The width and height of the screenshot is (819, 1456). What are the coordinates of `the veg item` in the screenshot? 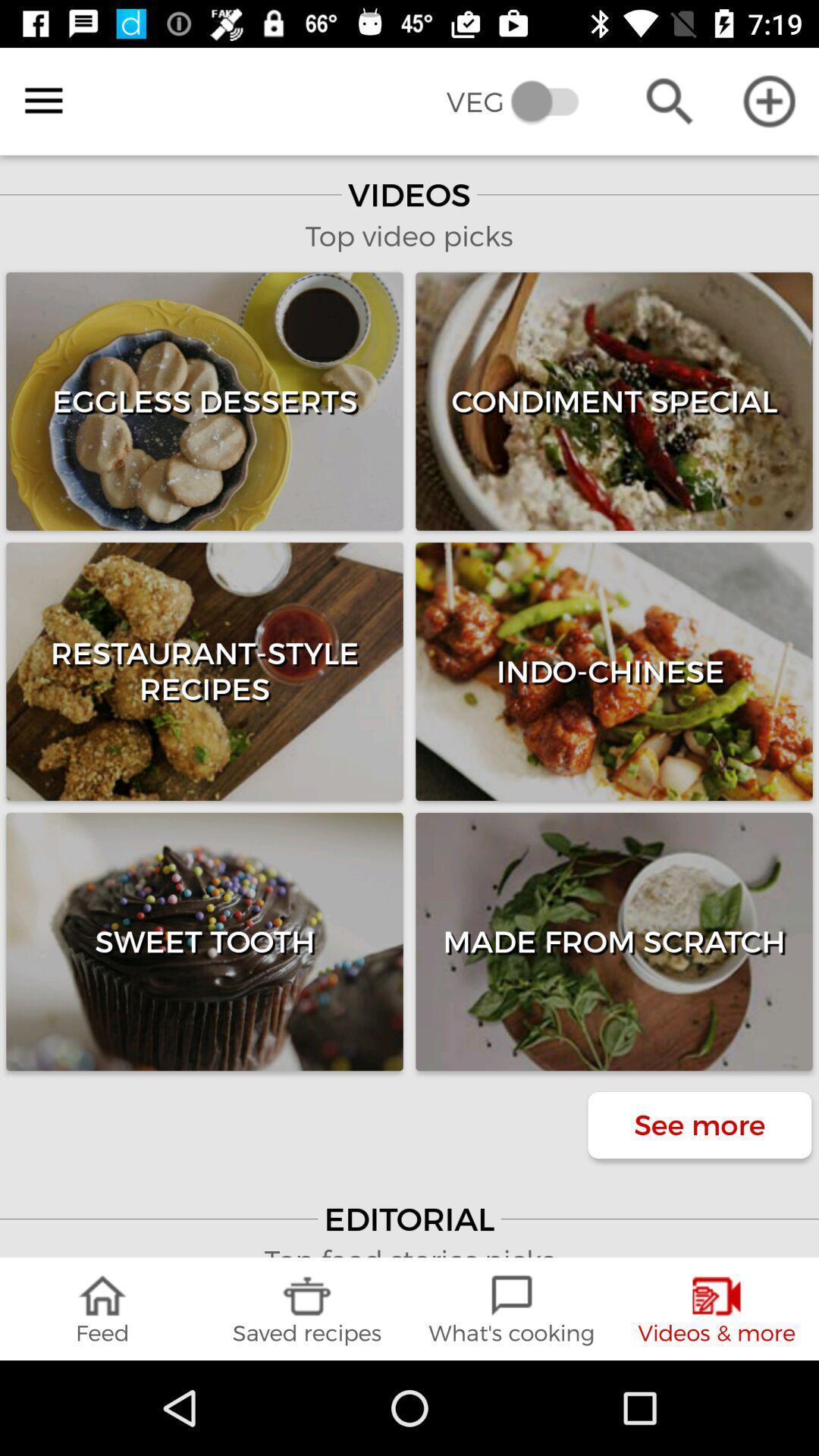 It's located at (522, 100).